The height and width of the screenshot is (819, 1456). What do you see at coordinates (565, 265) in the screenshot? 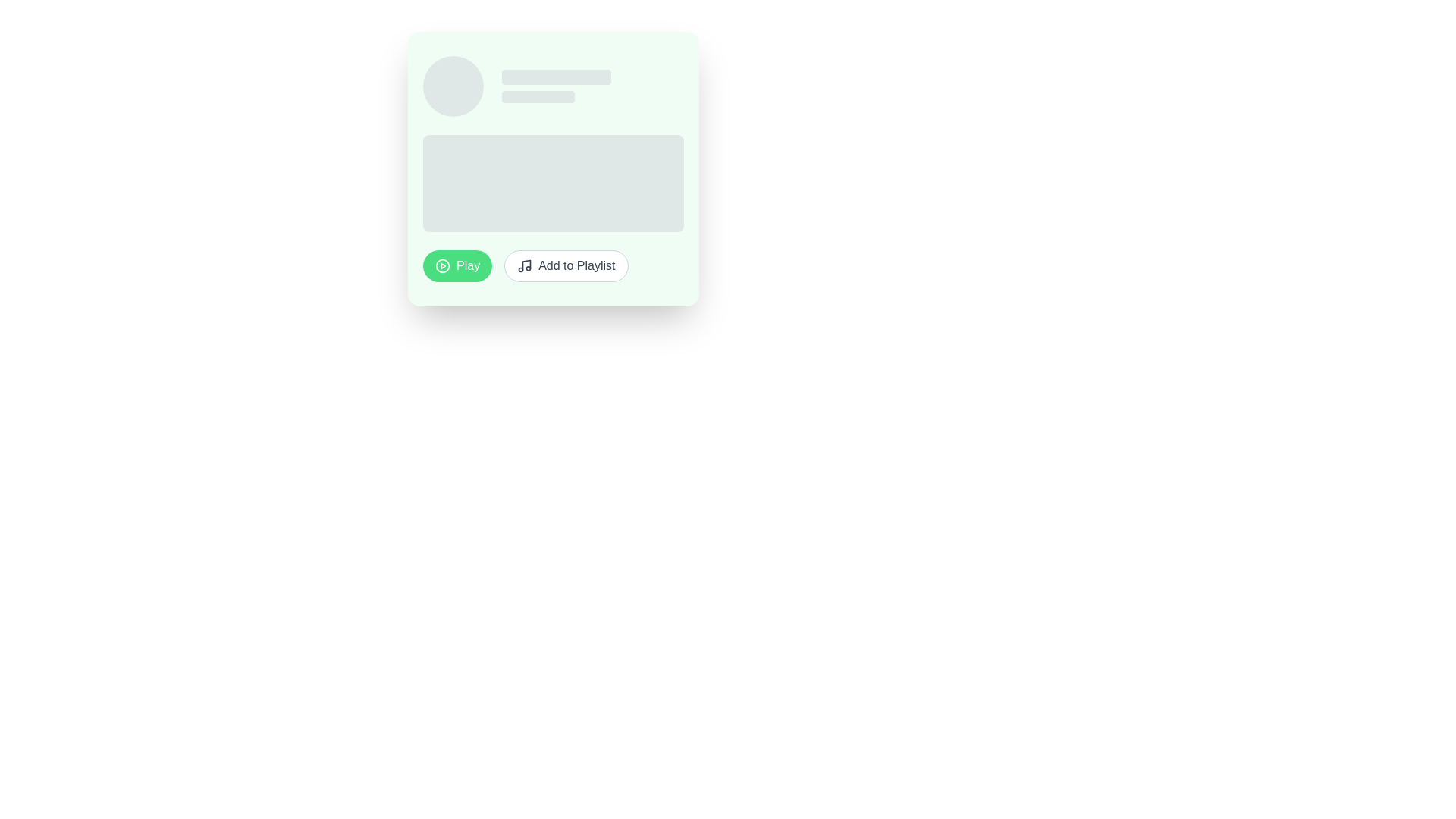
I see `the button that adds content to a playlist, located to the right of the 'Play' button in the bottom horizontal group of the card layout` at bounding box center [565, 265].